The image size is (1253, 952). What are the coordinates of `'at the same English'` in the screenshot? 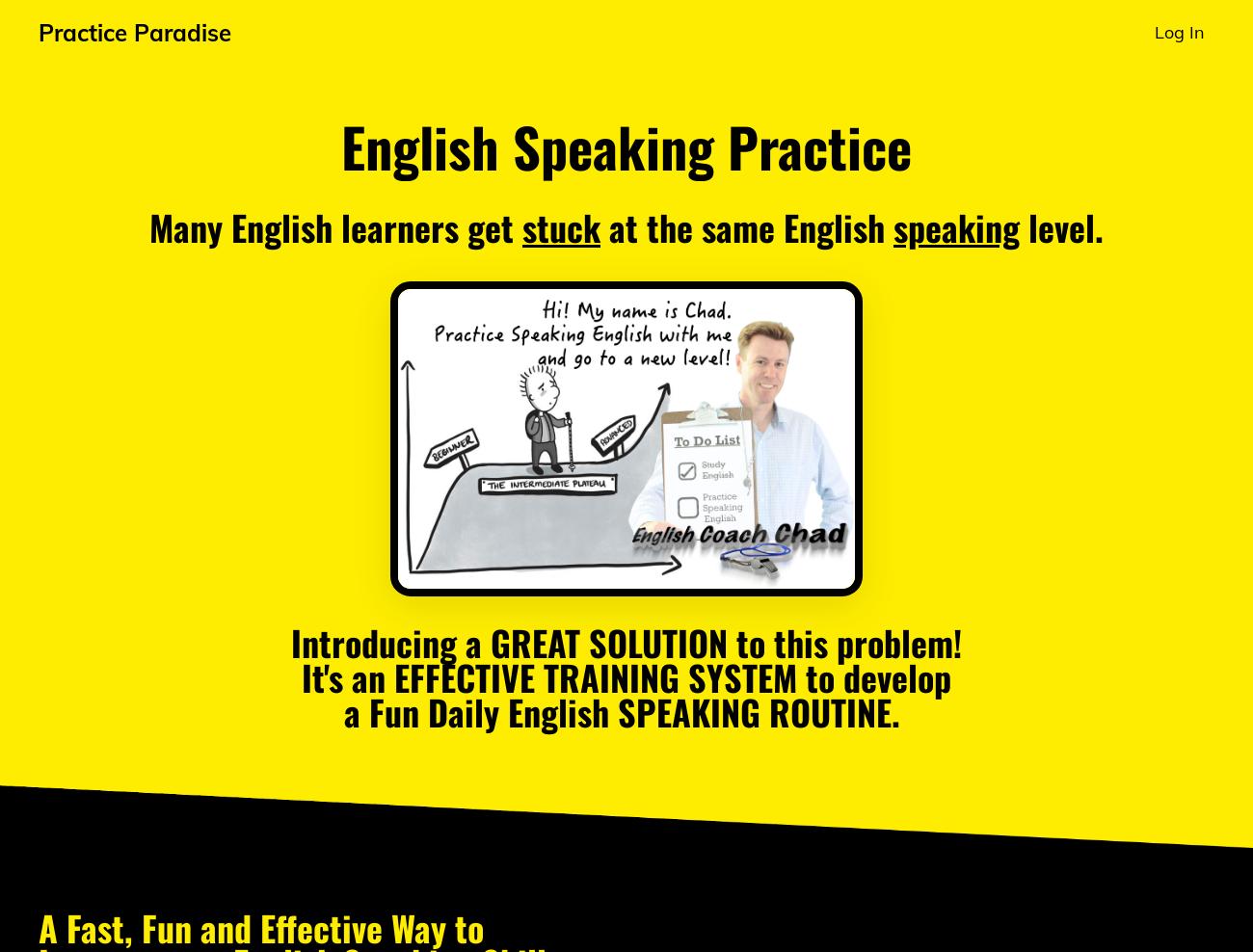 It's located at (746, 225).